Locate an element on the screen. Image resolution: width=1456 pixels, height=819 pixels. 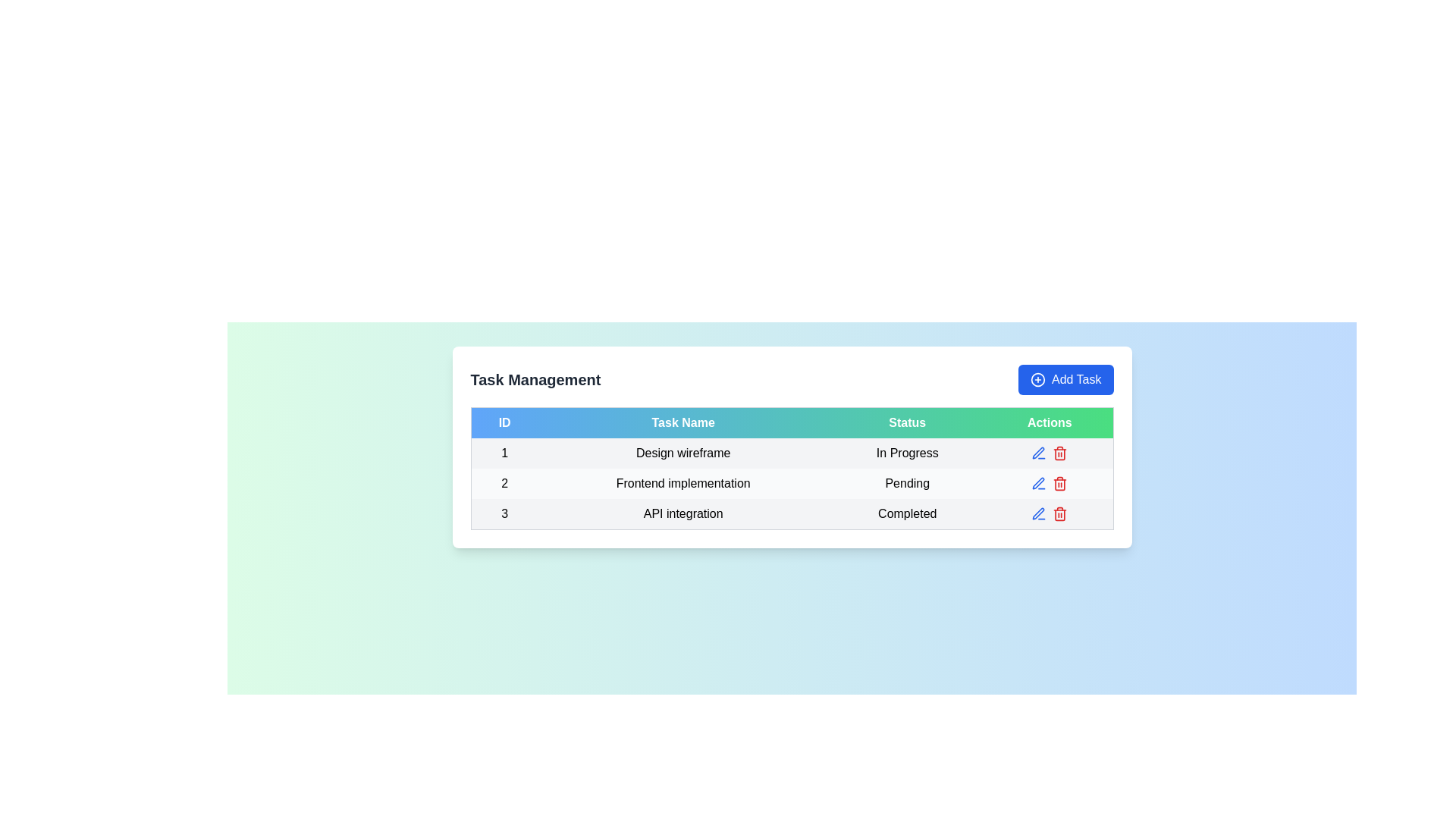
the third column header in the table that describes the status of tasks is located at coordinates (907, 422).